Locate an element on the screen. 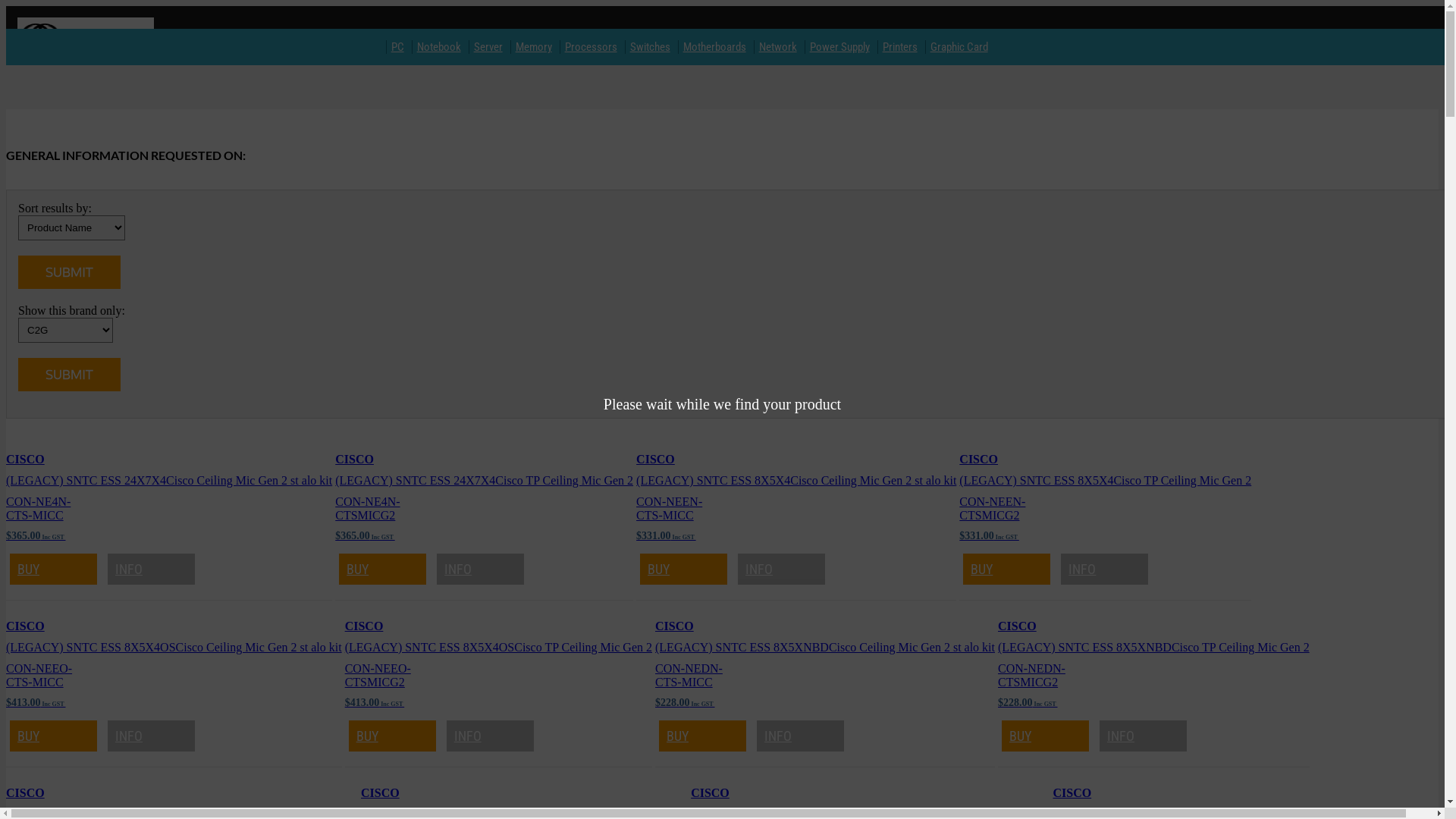 The image size is (1456, 819). 'Graphic Card' is located at coordinates (959, 45).